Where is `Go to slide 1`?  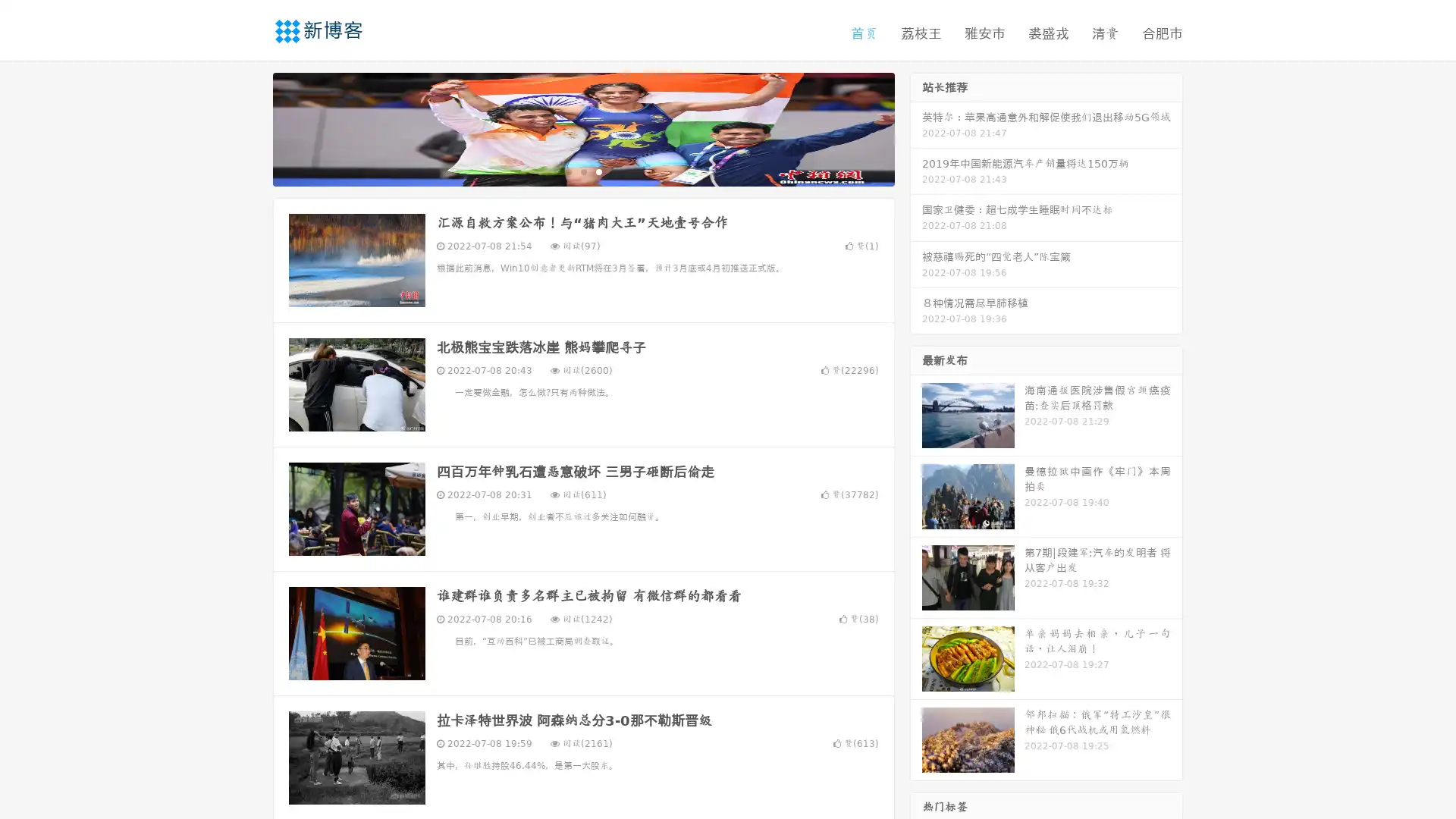
Go to slide 1 is located at coordinates (567, 171).